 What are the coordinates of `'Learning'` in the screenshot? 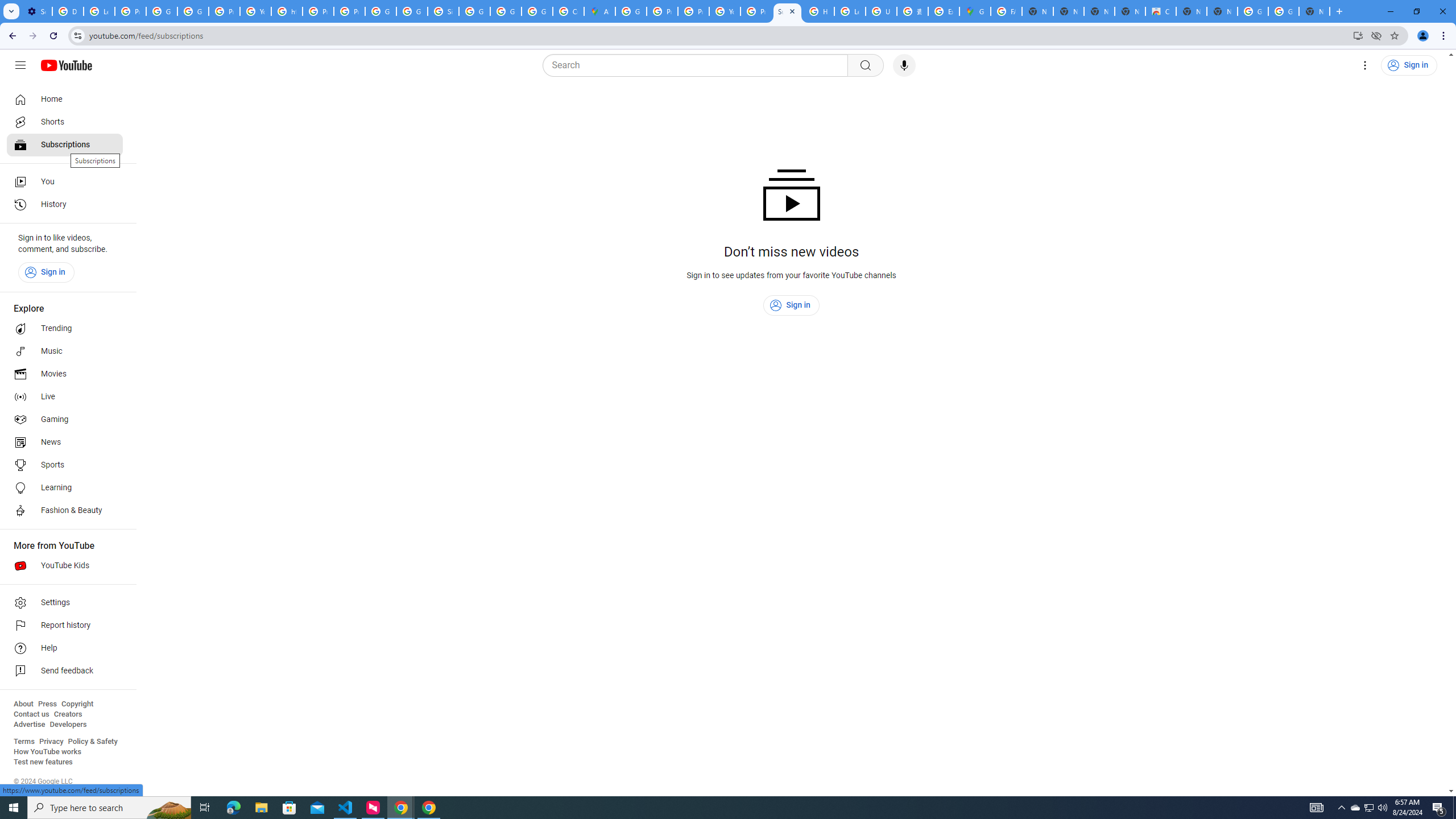 It's located at (64, 487).